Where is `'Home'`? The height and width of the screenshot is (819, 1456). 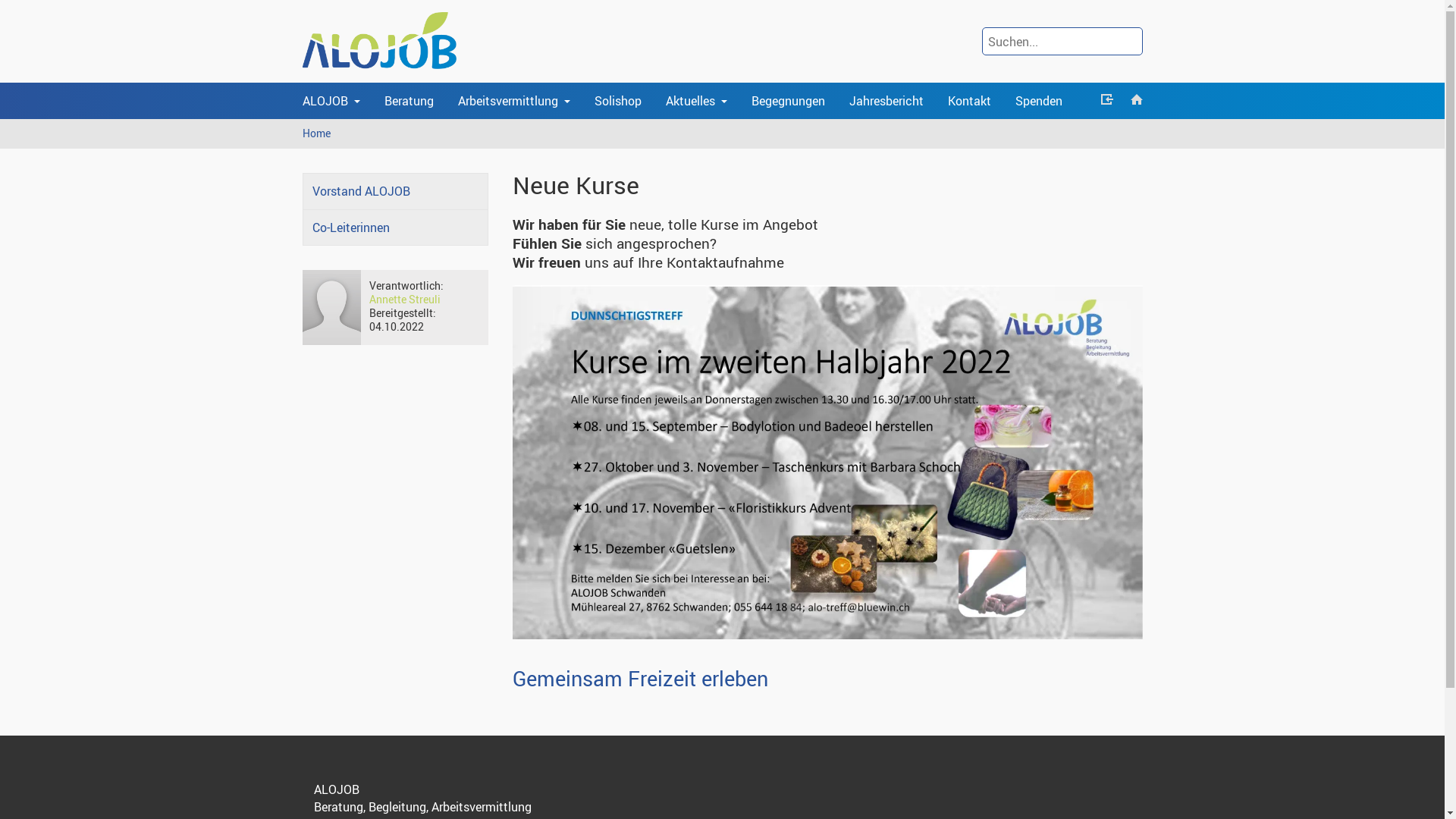 'Home' is located at coordinates (316, 133).